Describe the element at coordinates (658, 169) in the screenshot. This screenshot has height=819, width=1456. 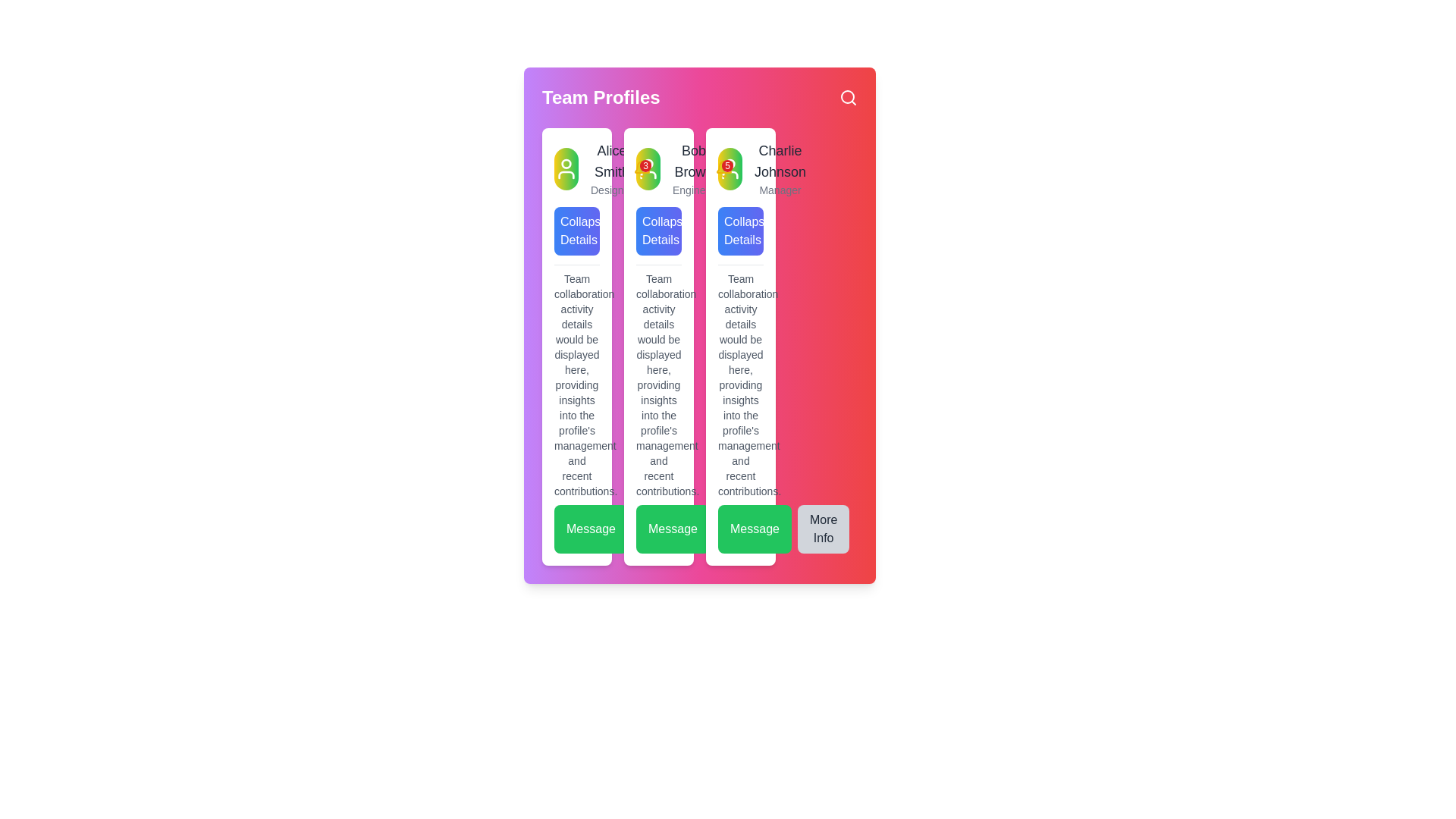
I see `the notification count on the Badge associated with user profile 'Bob Brown' located in the 'Team Profiles' section` at that location.